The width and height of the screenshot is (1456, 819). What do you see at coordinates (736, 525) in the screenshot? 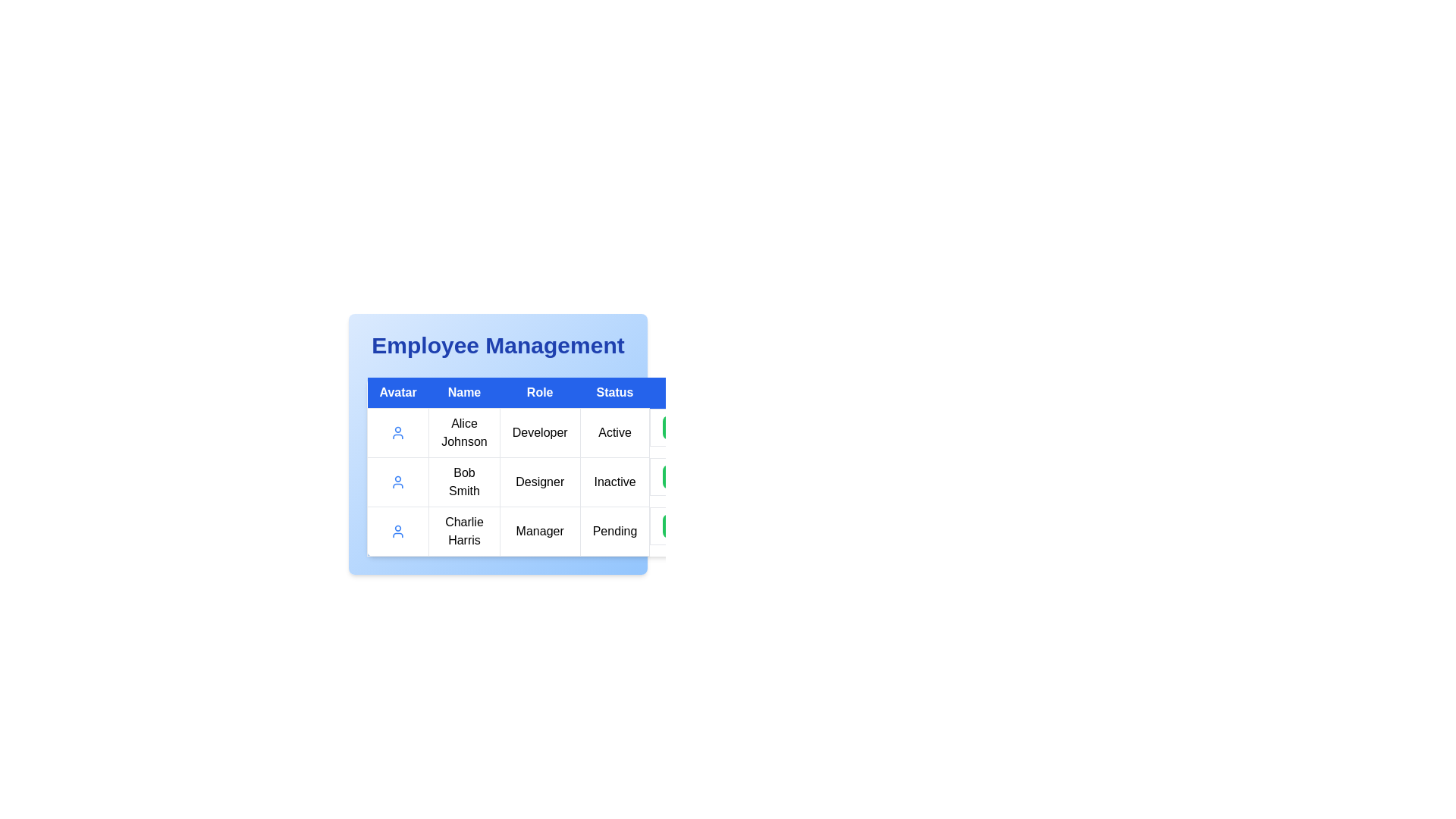
I see `the delete button located at the rightmost side of a group of three buttons for removing an associated item from the data table` at bounding box center [736, 525].